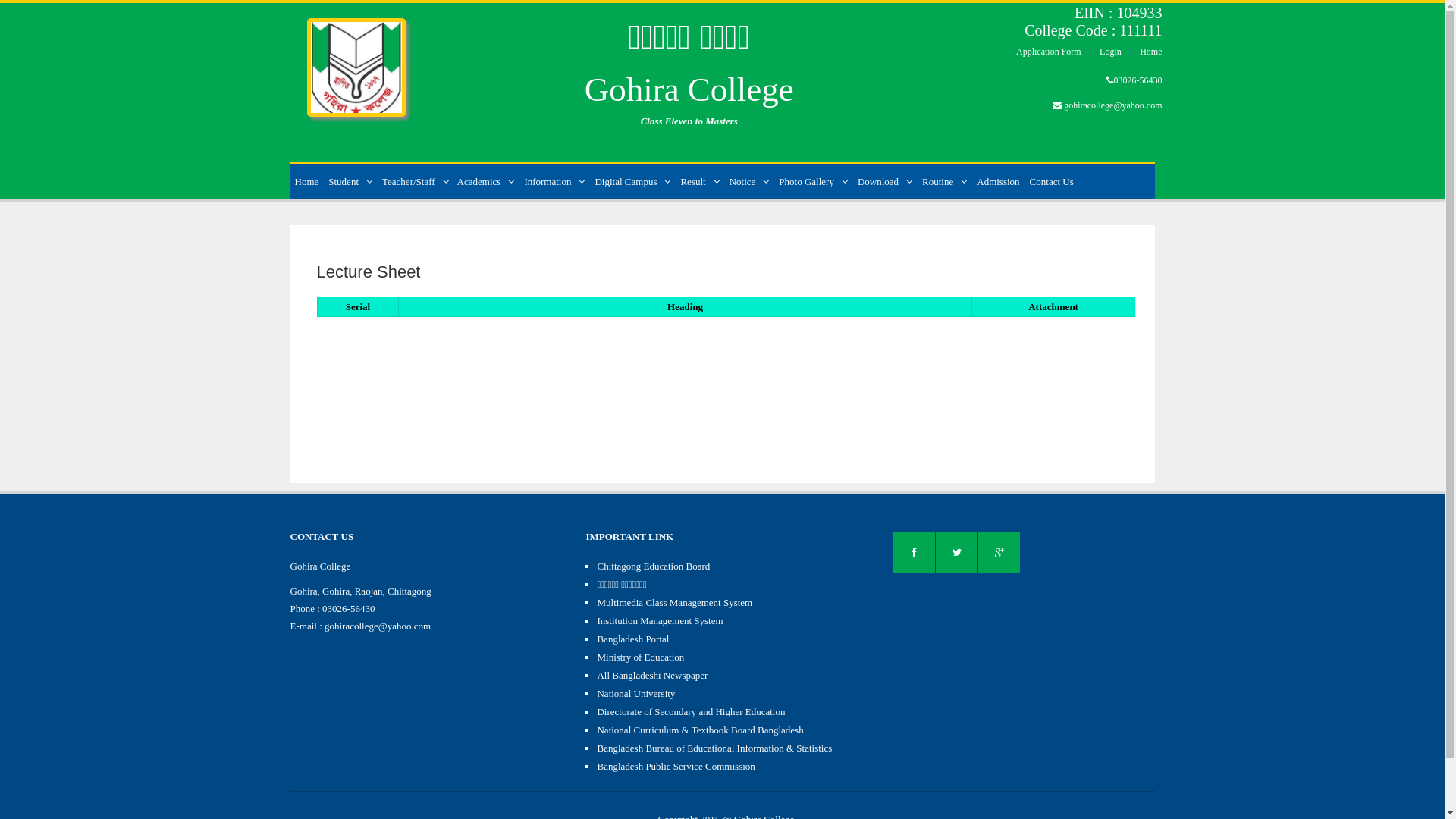  What do you see at coordinates (451, 180) in the screenshot?
I see `'Academics'` at bounding box center [451, 180].